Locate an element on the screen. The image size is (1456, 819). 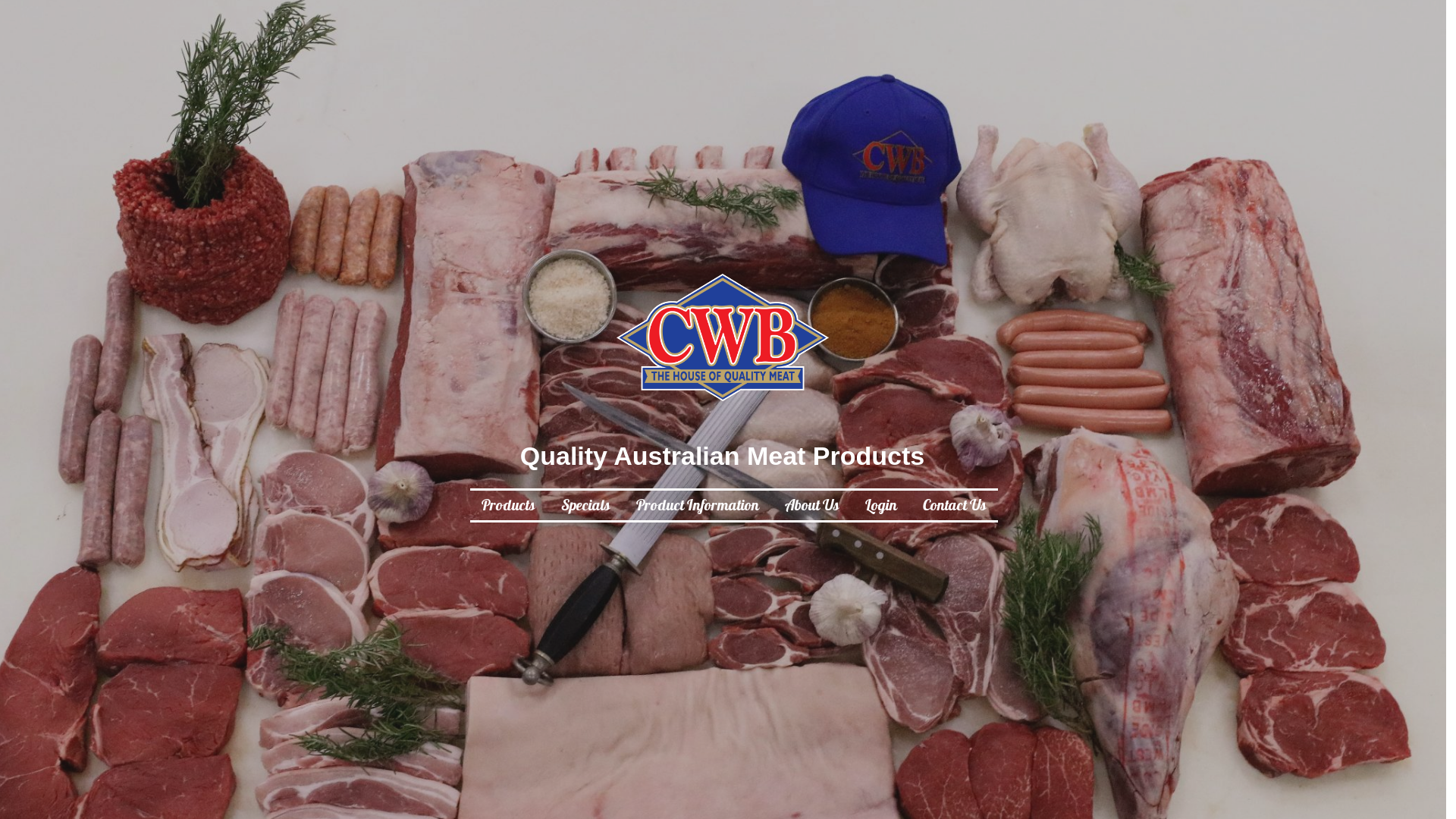
'Login' is located at coordinates (880, 507).